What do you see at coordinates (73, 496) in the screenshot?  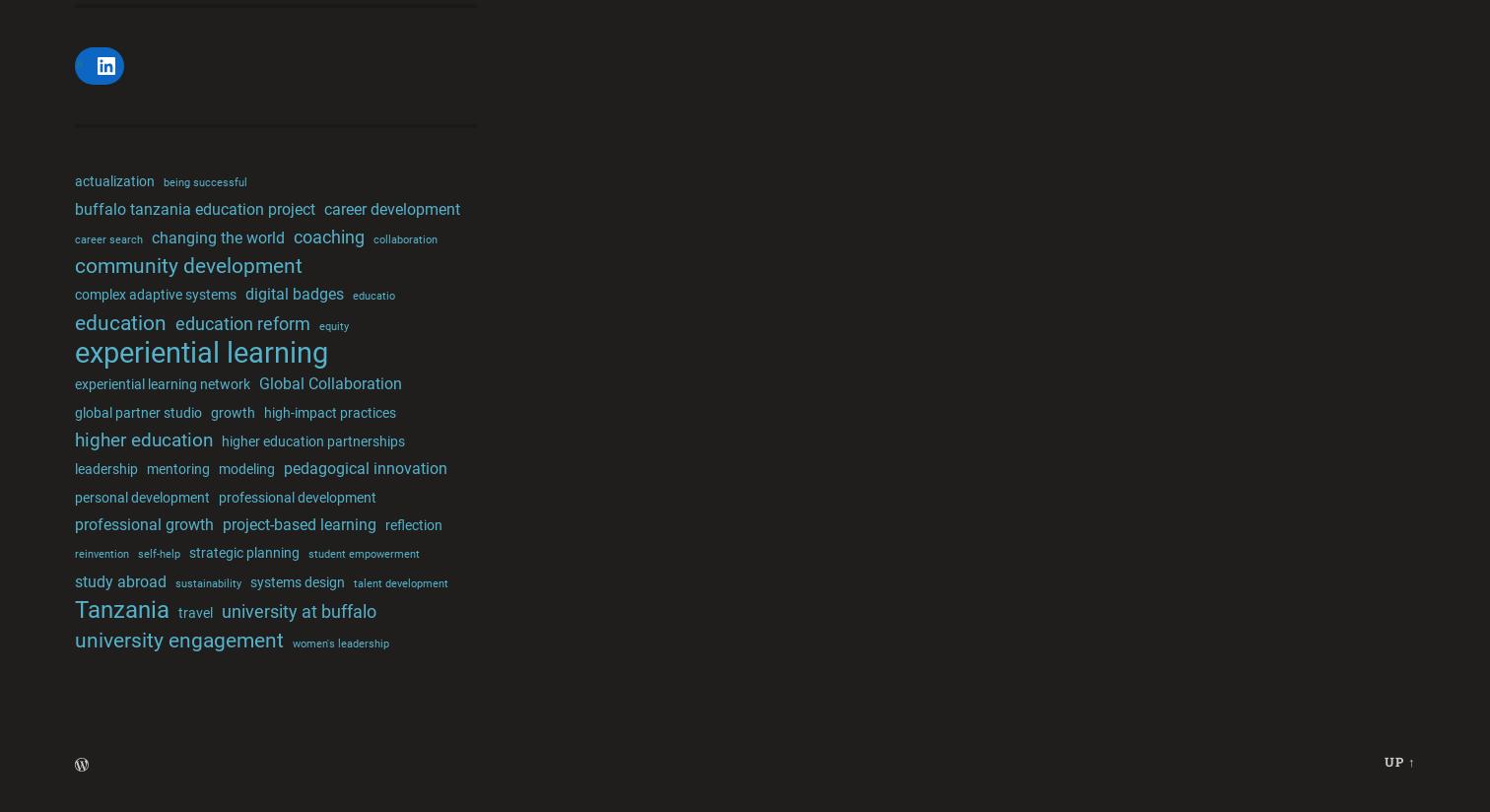 I see `'personal development'` at bounding box center [73, 496].